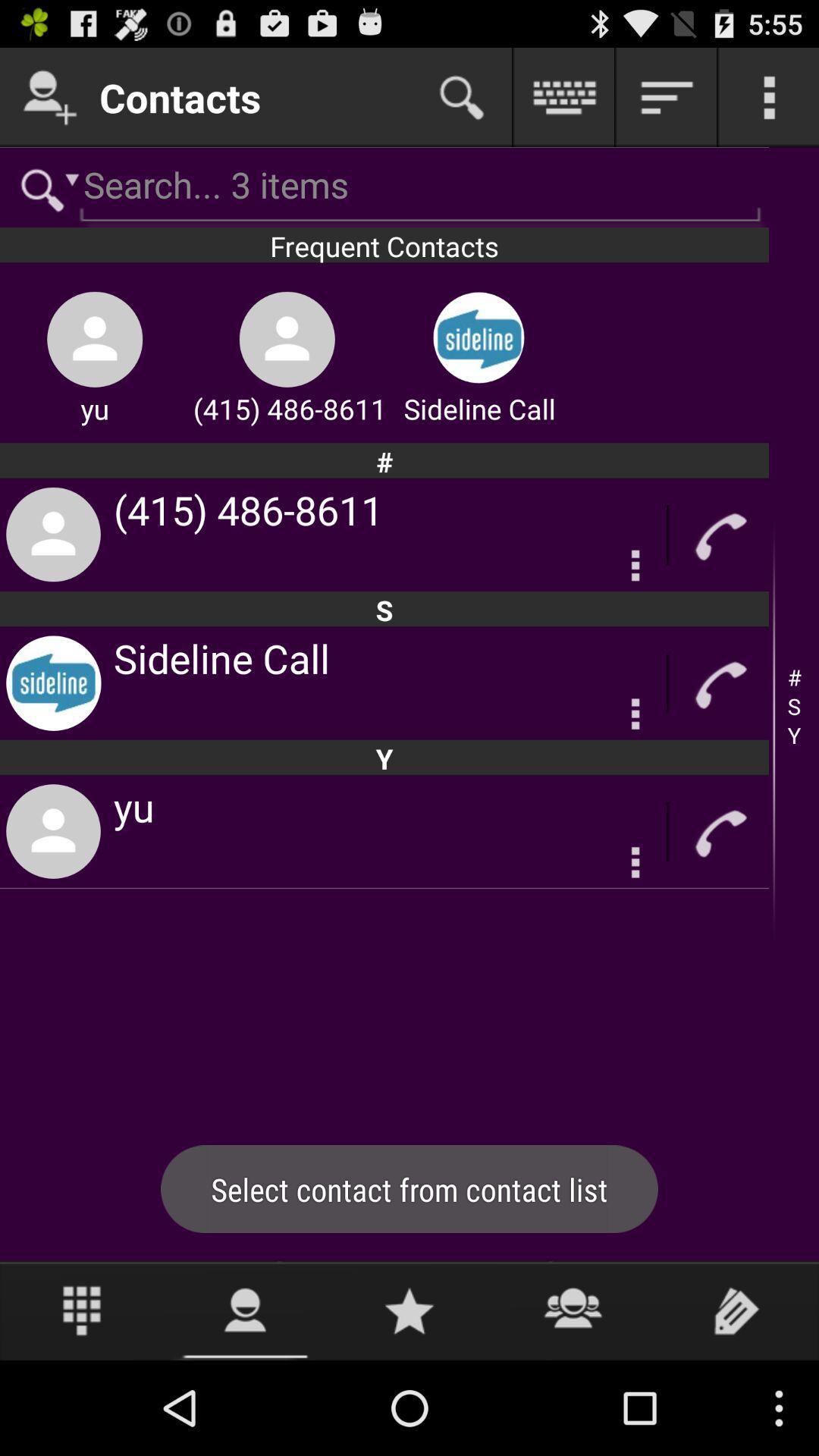 Image resolution: width=819 pixels, height=1456 pixels. Describe the element at coordinates (666, 103) in the screenshot. I see `the filter_list icon` at that location.